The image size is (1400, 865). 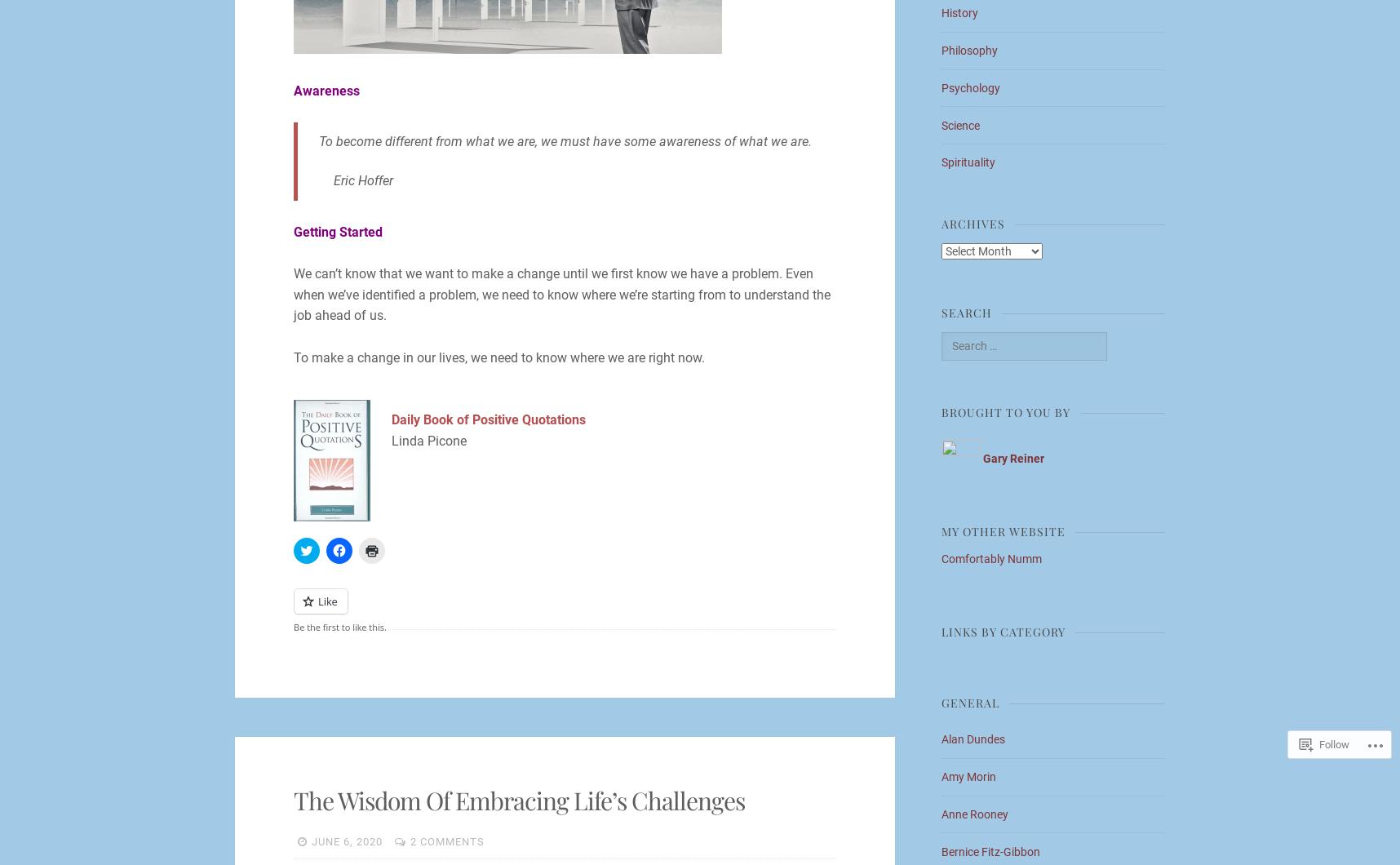 I want to click on 'Alan Dundes', so click(x=941, y=739).